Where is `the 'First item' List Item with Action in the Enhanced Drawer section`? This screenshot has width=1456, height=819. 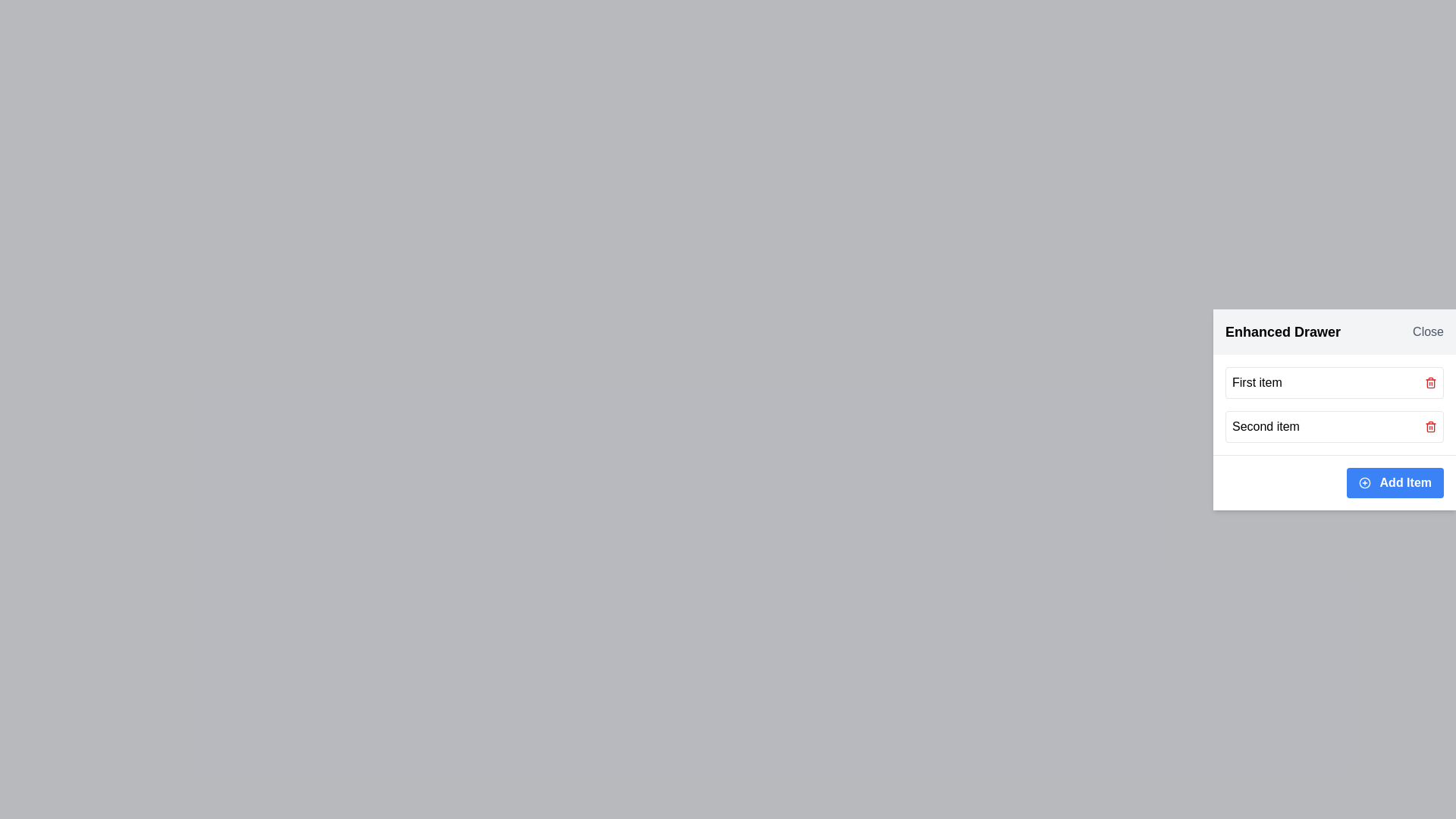
the 'First item' List Item with Action in the Enhanced Drawer section is located at coordinates (1335, 381).